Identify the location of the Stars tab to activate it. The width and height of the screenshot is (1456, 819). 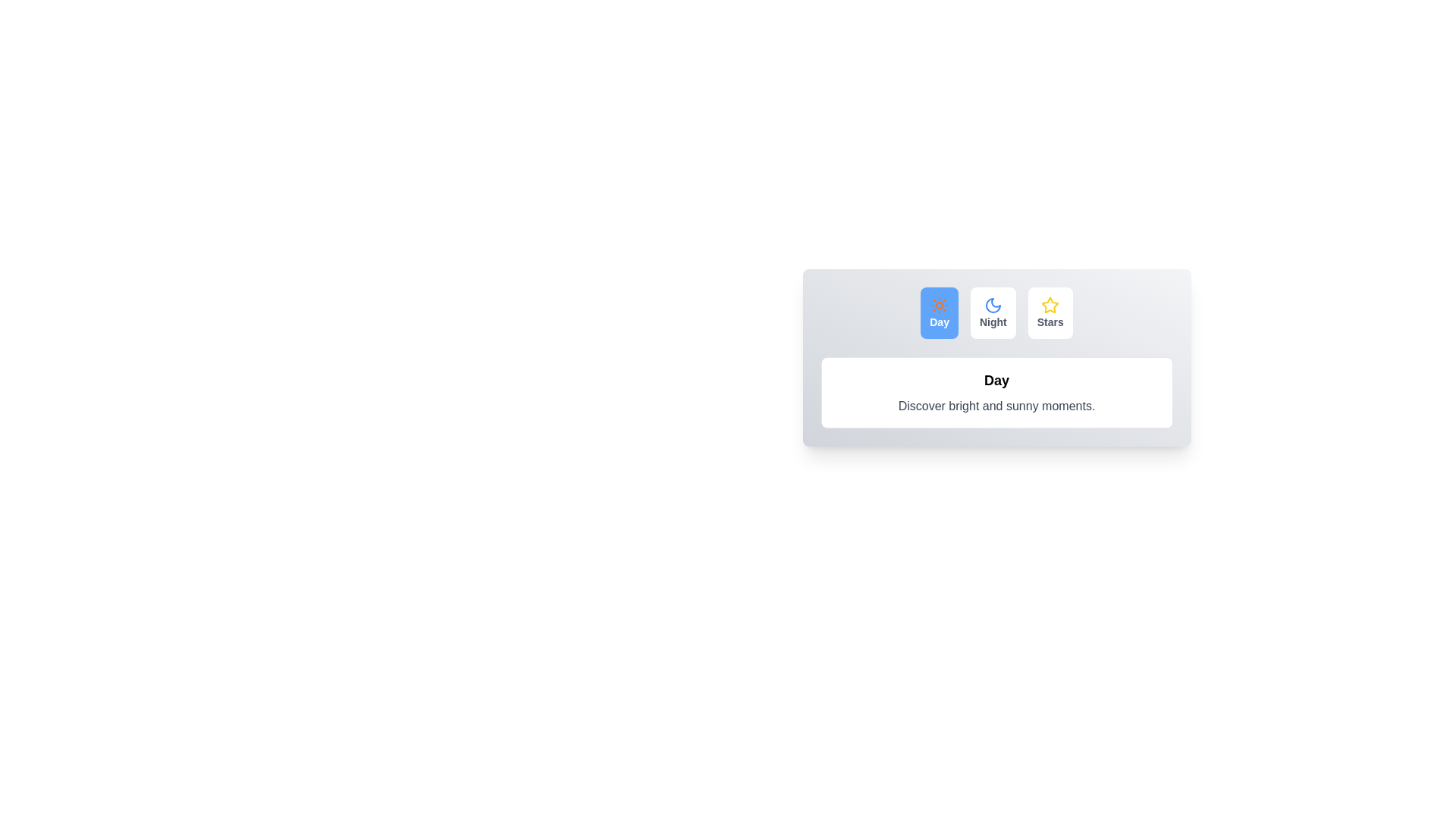
(1050, 312).